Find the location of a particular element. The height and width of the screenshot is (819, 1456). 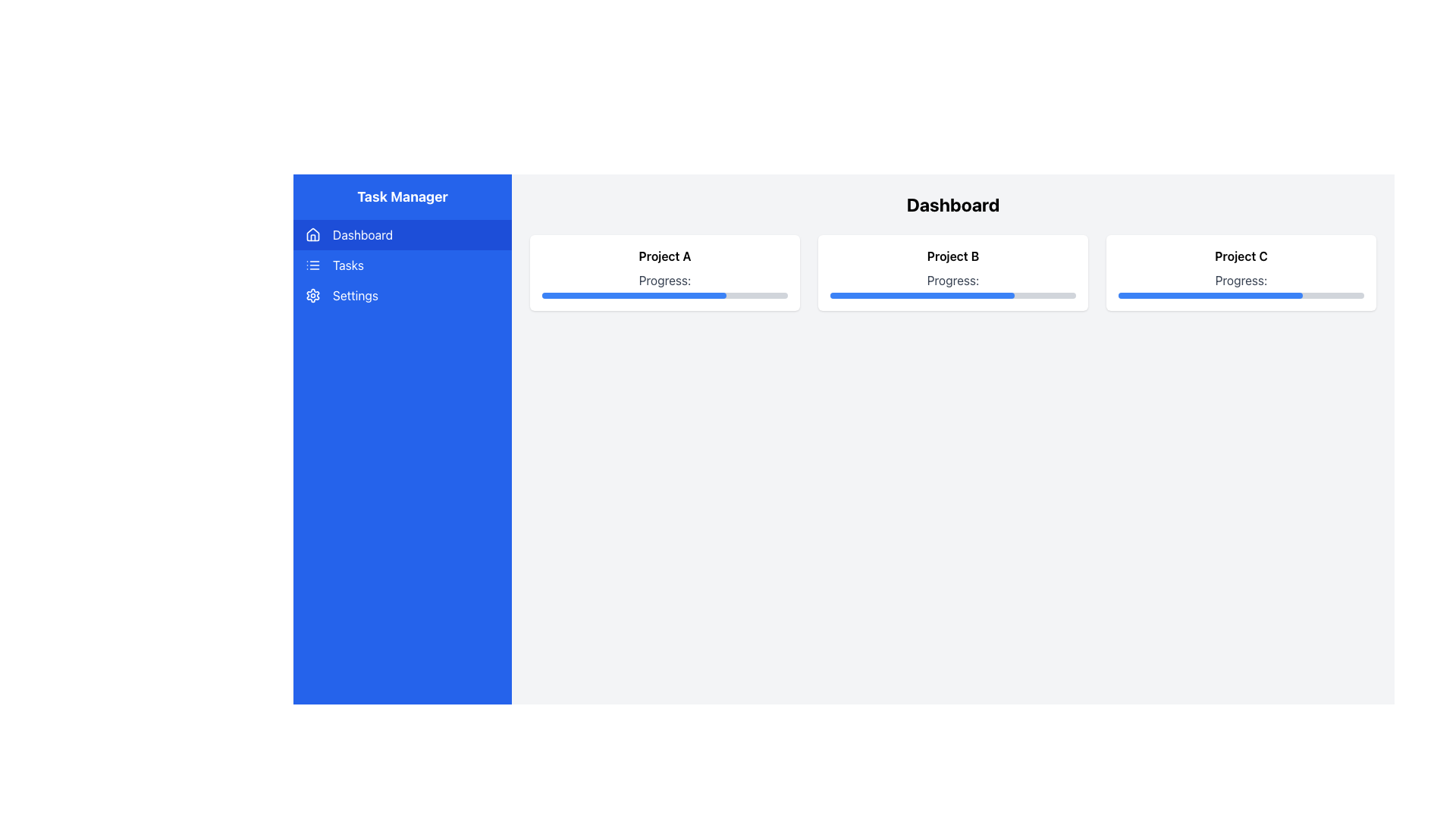

the navigational button for accessing the 'Tasks' section located in the vertical navigation menu on the left side of the interface is located at coordinates (403, 265).